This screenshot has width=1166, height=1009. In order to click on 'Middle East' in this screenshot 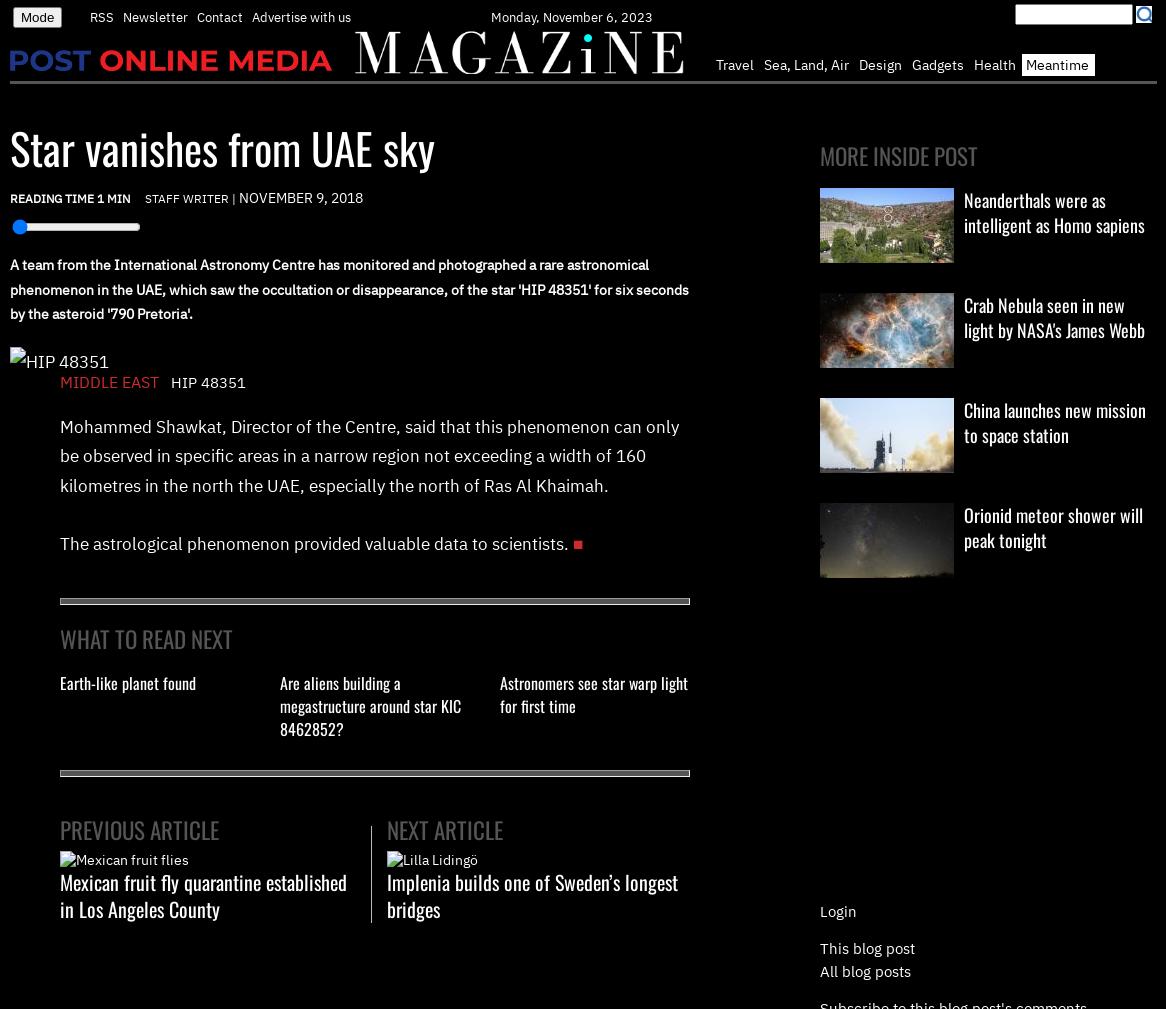, I will do `click(112, 379)`.